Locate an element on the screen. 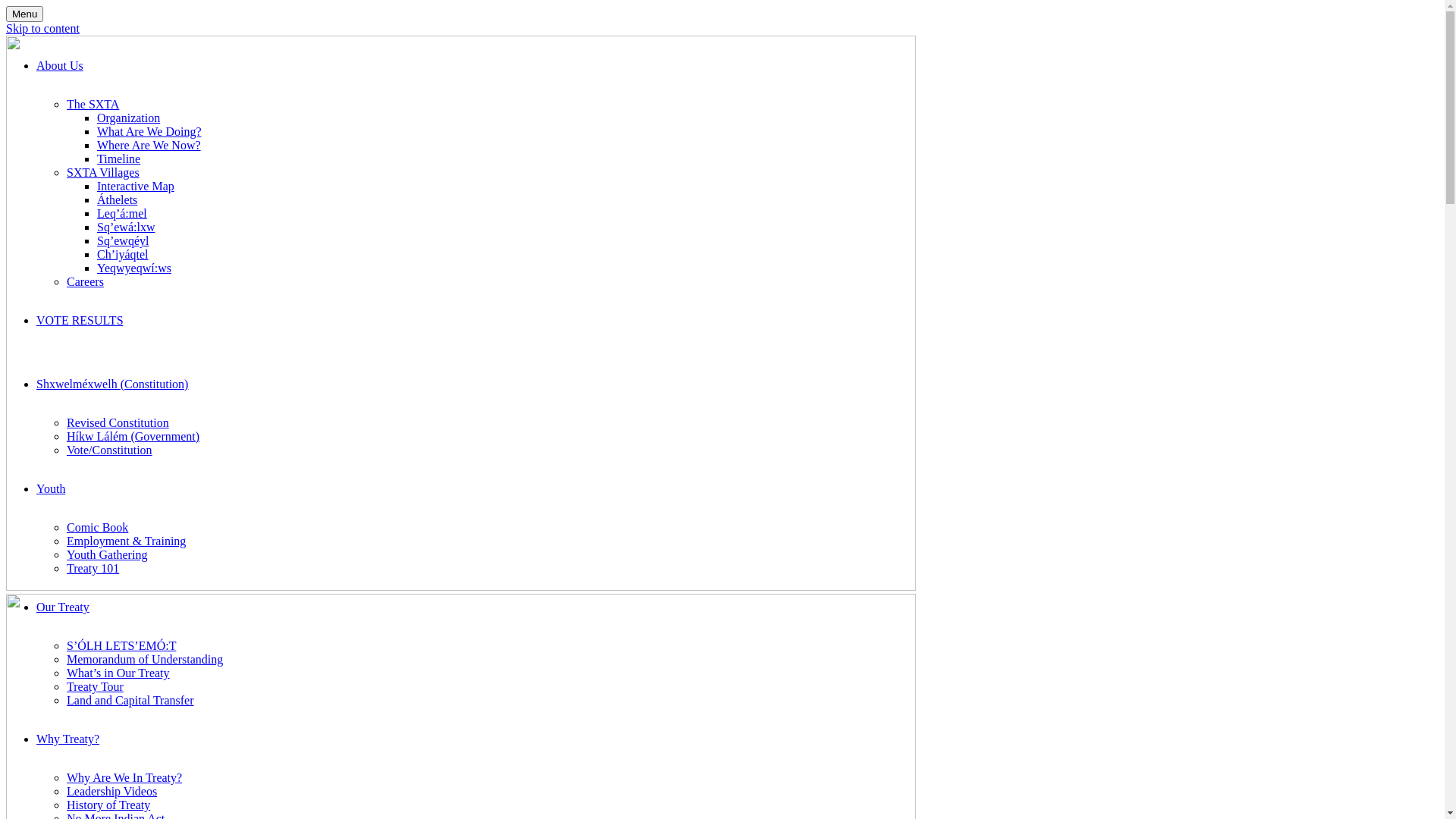  'Comic Book' is located at coordinates (96, 526).